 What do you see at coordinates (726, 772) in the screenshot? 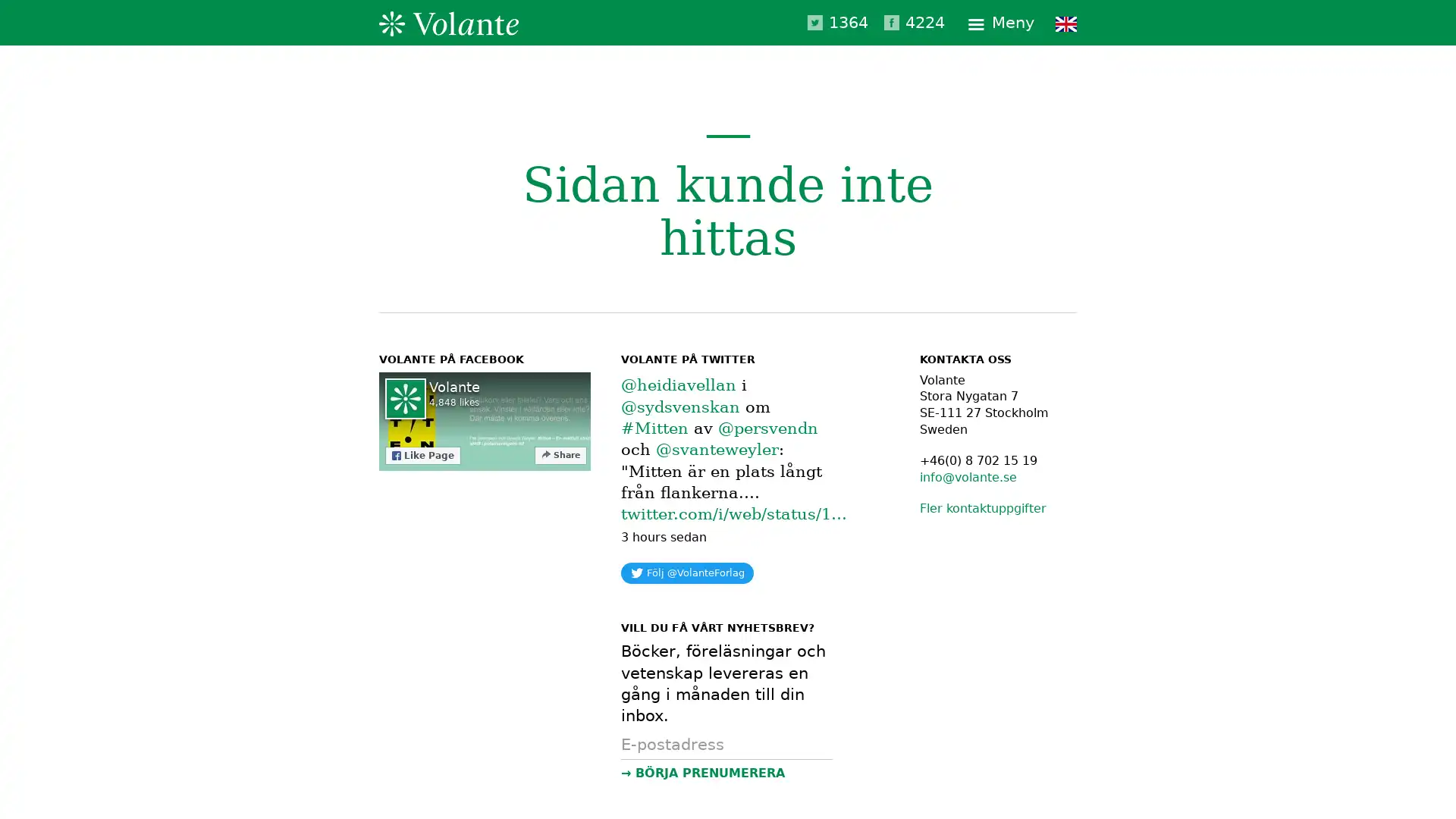
I see `Borja prenumerera` at bounding box center [726, 772].